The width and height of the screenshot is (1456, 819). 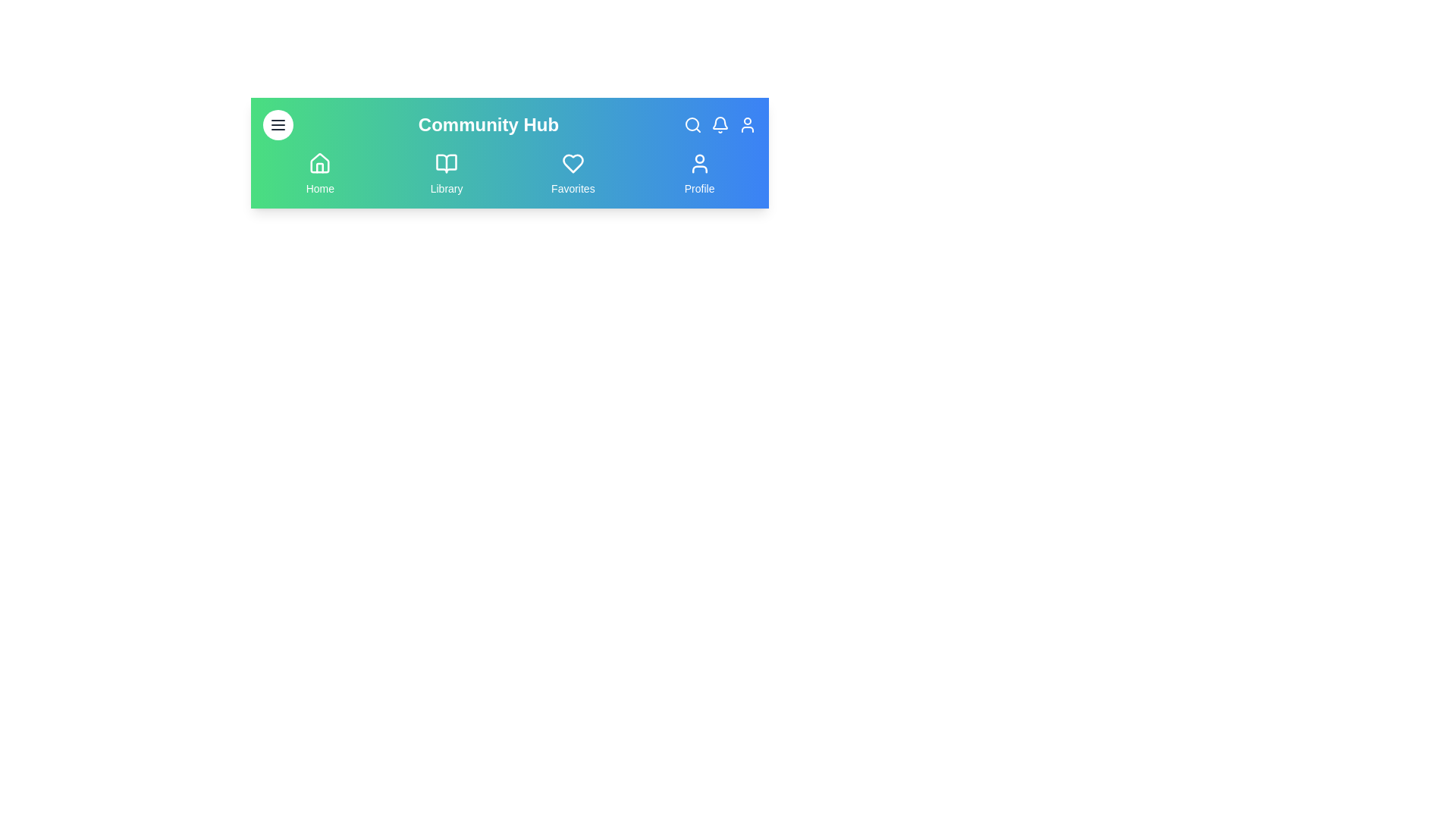 I want to click on the Profile icon in the top right of the navigation bar, so click(x=747, y=124).